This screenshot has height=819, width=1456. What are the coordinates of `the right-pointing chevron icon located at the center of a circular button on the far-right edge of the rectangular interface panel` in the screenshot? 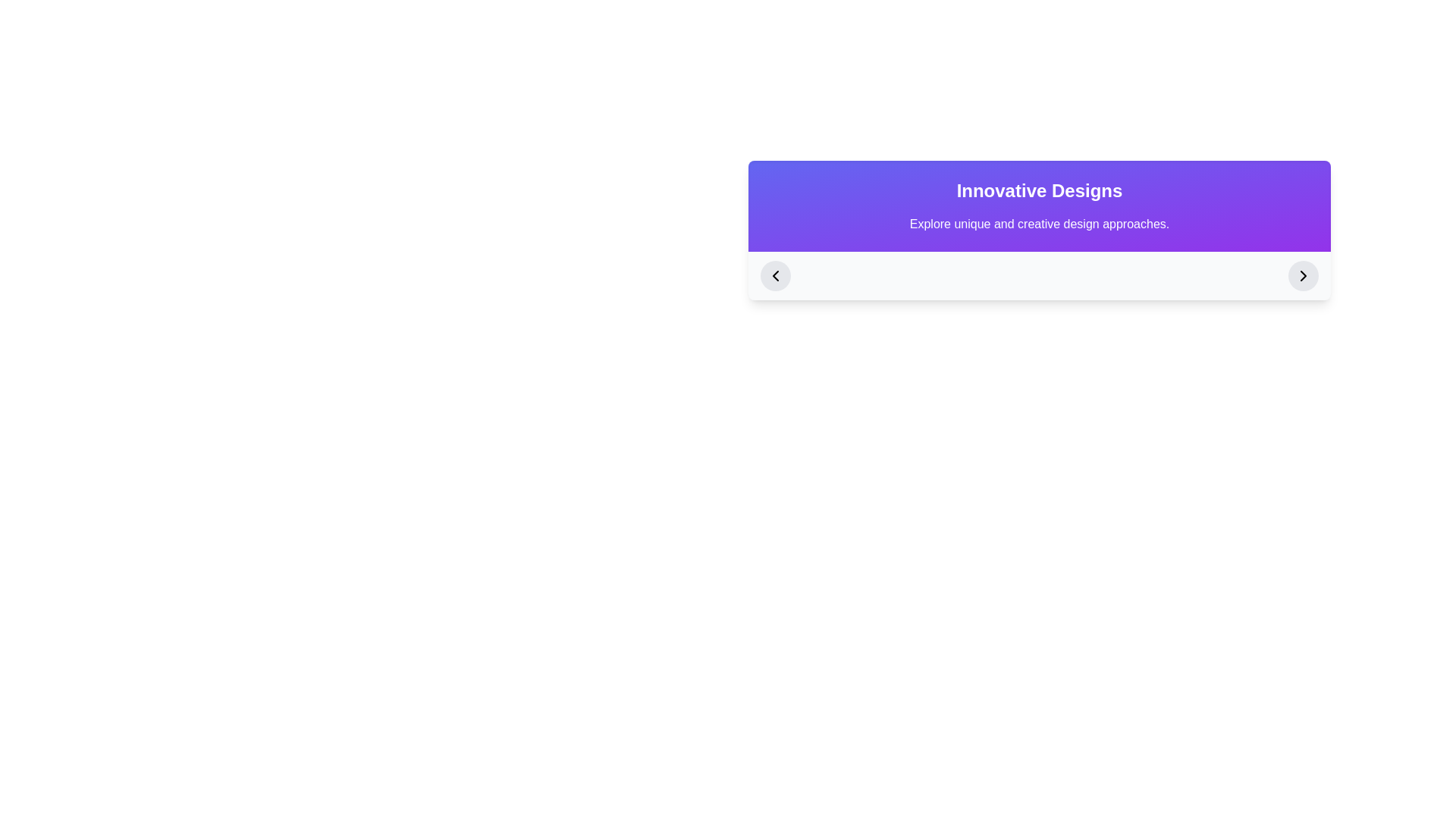 It's located at (1302, 275).